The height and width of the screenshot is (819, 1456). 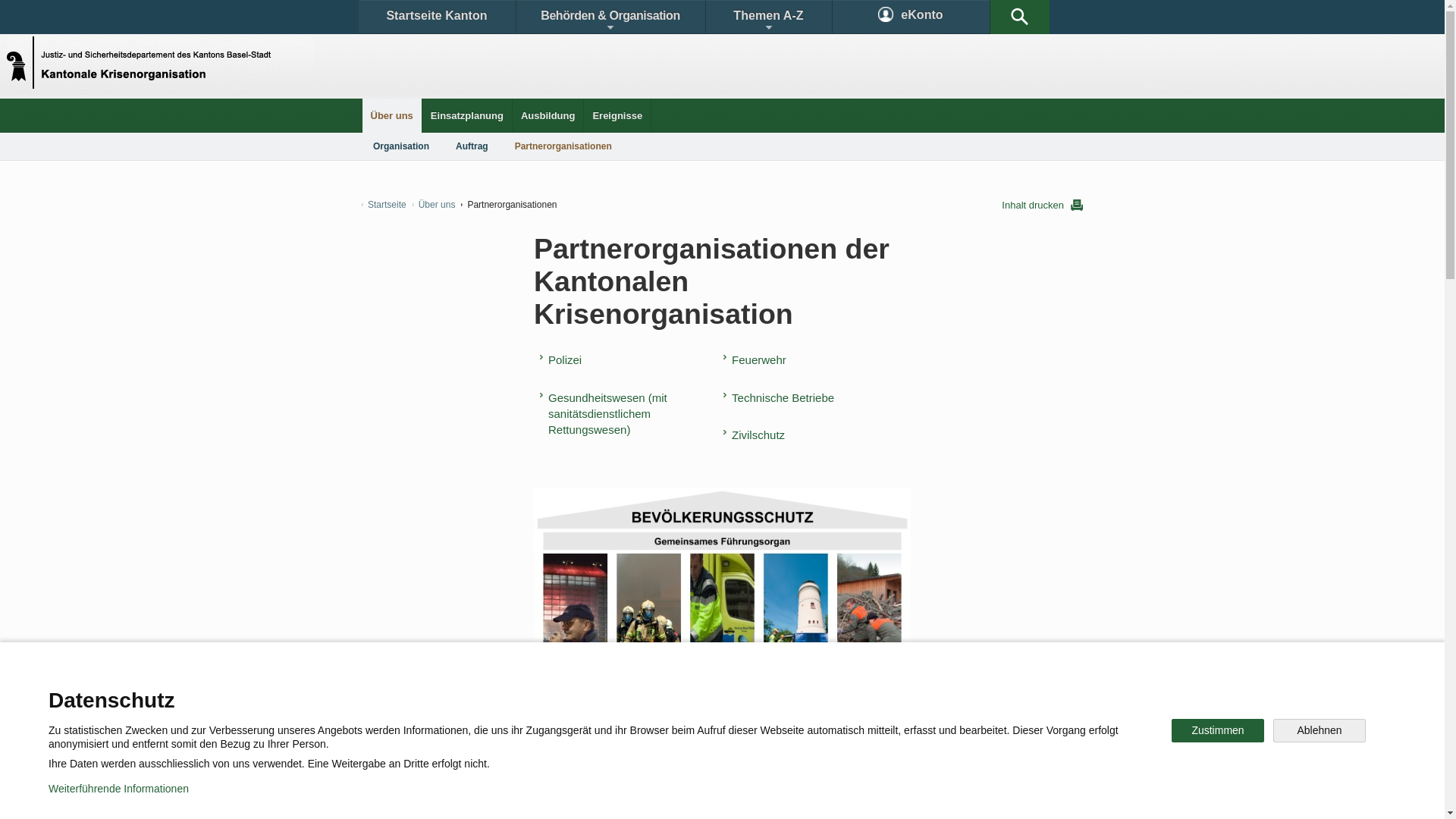 What do you see at coordinates (548, 115) in the screenshot?
I see `'Ausbildung'` at bounding box center [548, 115].